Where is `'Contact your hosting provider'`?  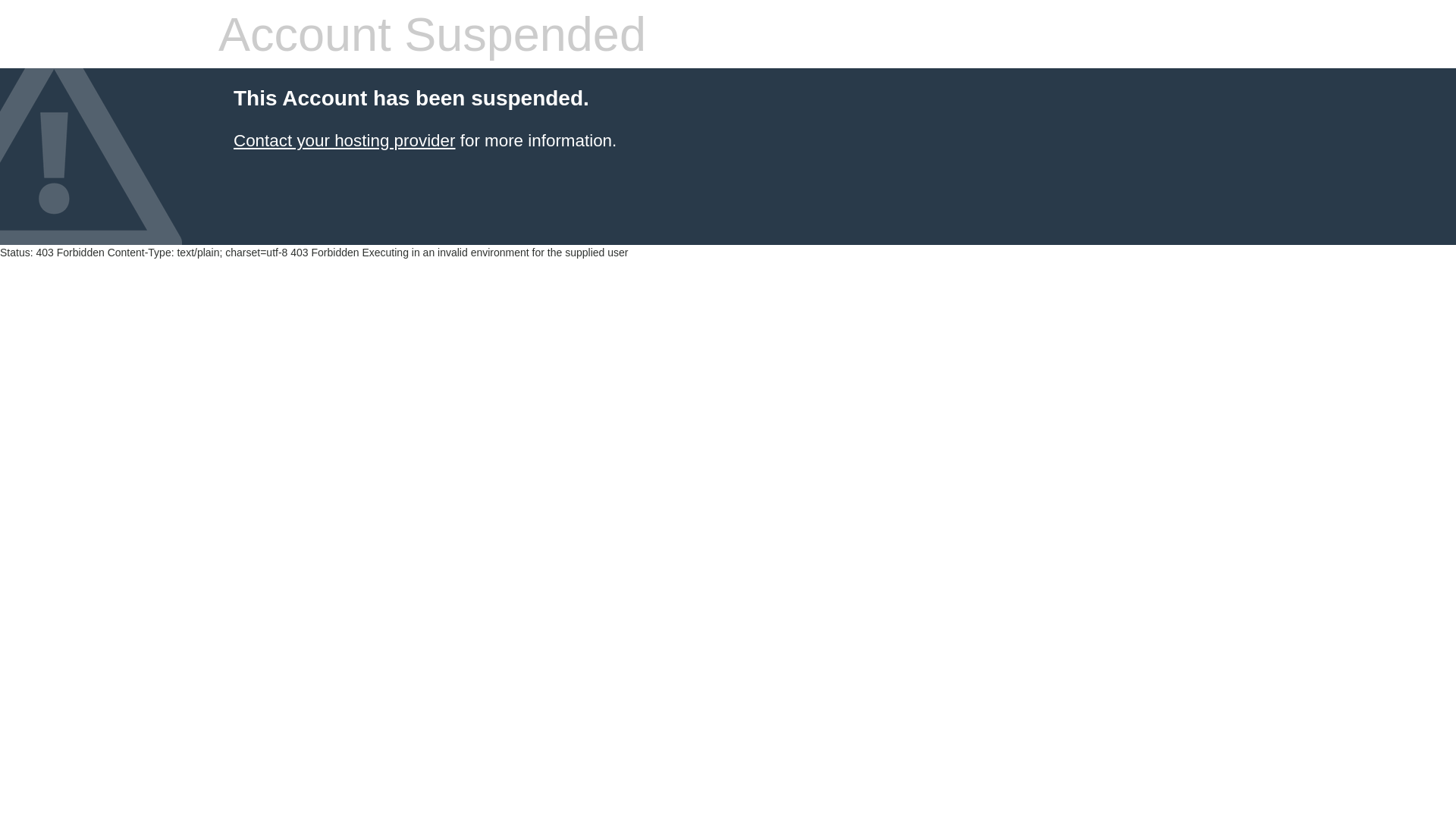
'Contact your hosting provider' is located at coordinates (344, 140).